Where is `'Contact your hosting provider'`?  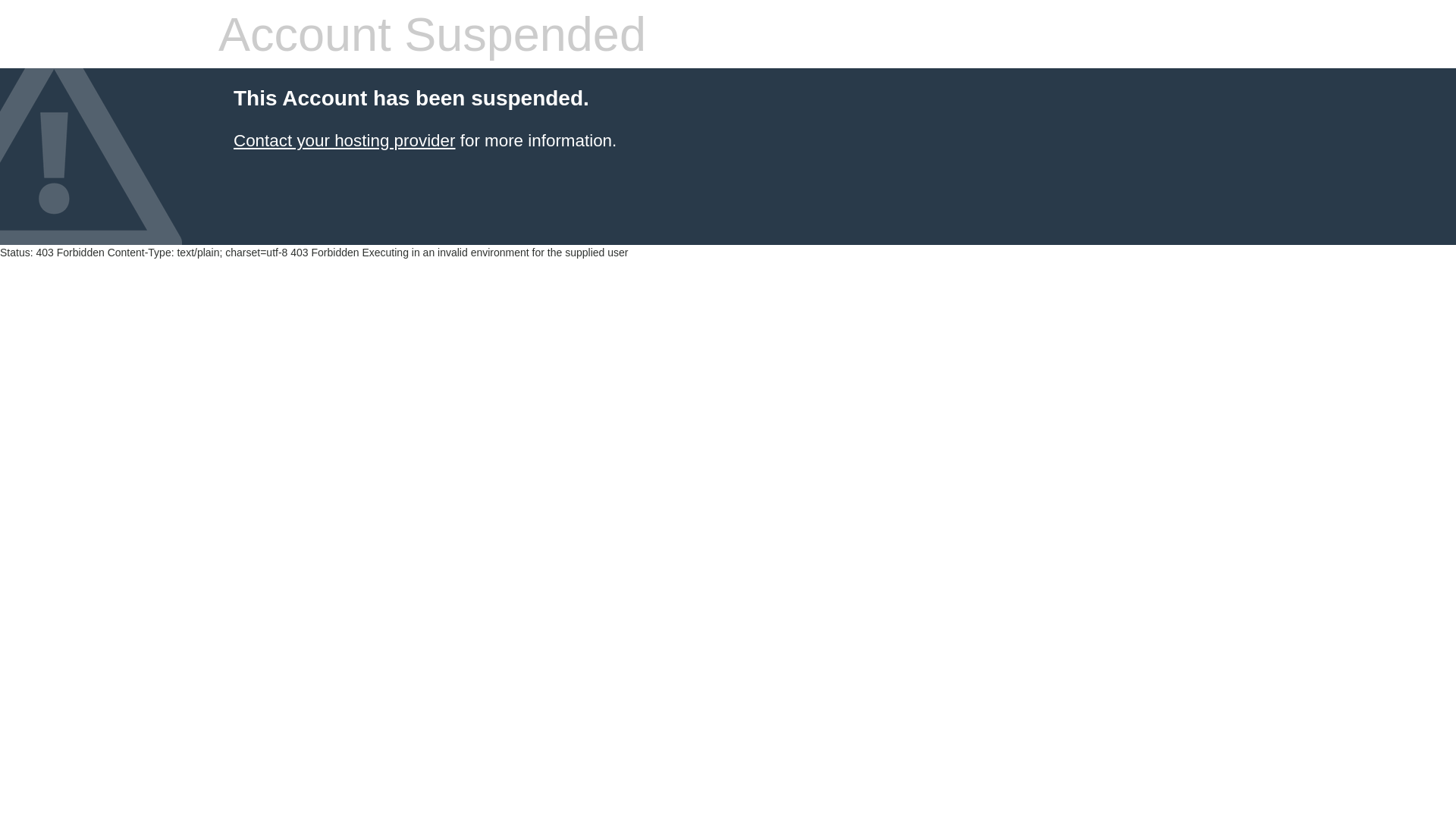
'Contact your hosting provider' is located at coordinates (344, 140).